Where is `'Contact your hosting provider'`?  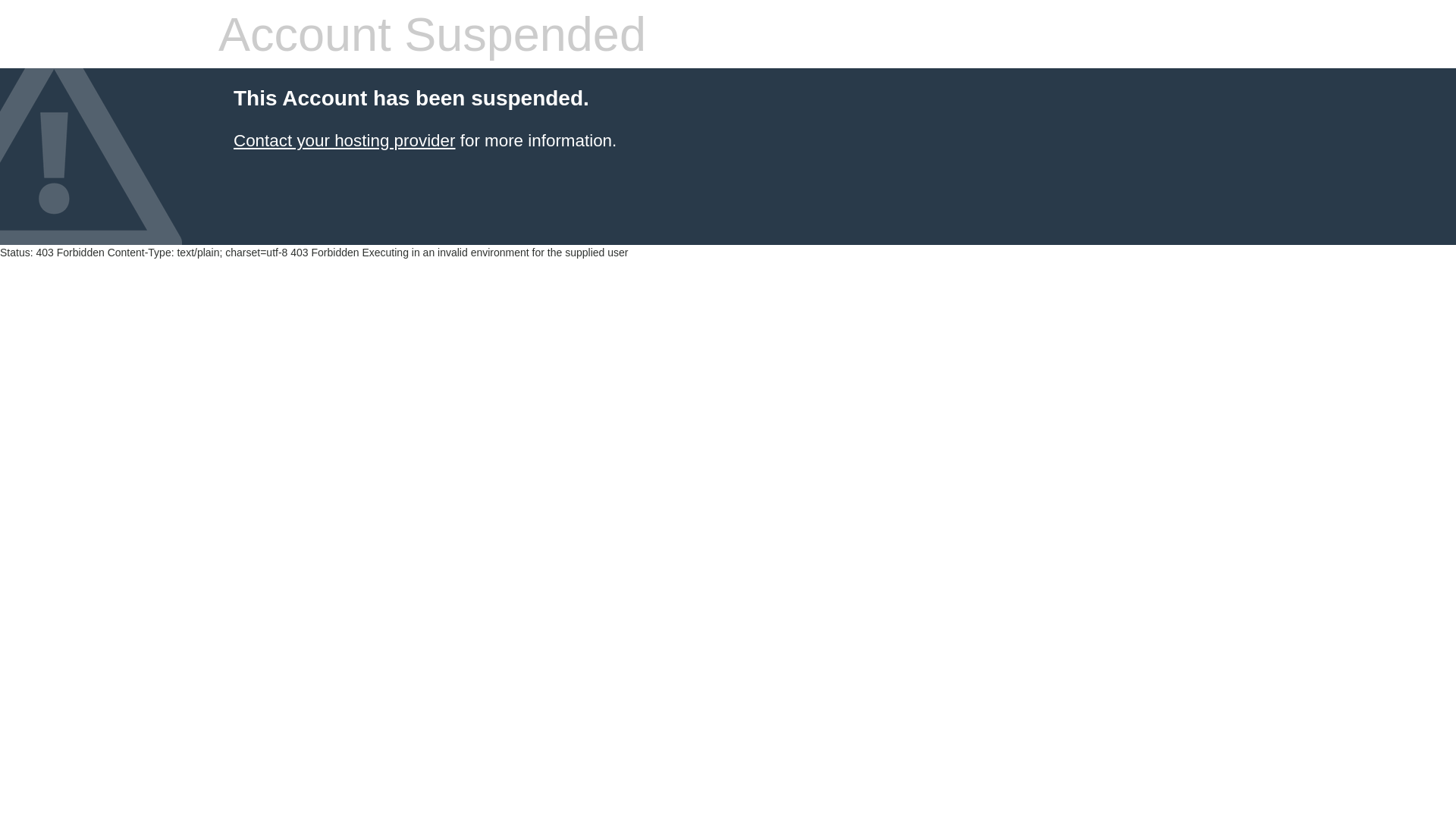
'Contact your hosting provider' is located at coordinates (344, 140).